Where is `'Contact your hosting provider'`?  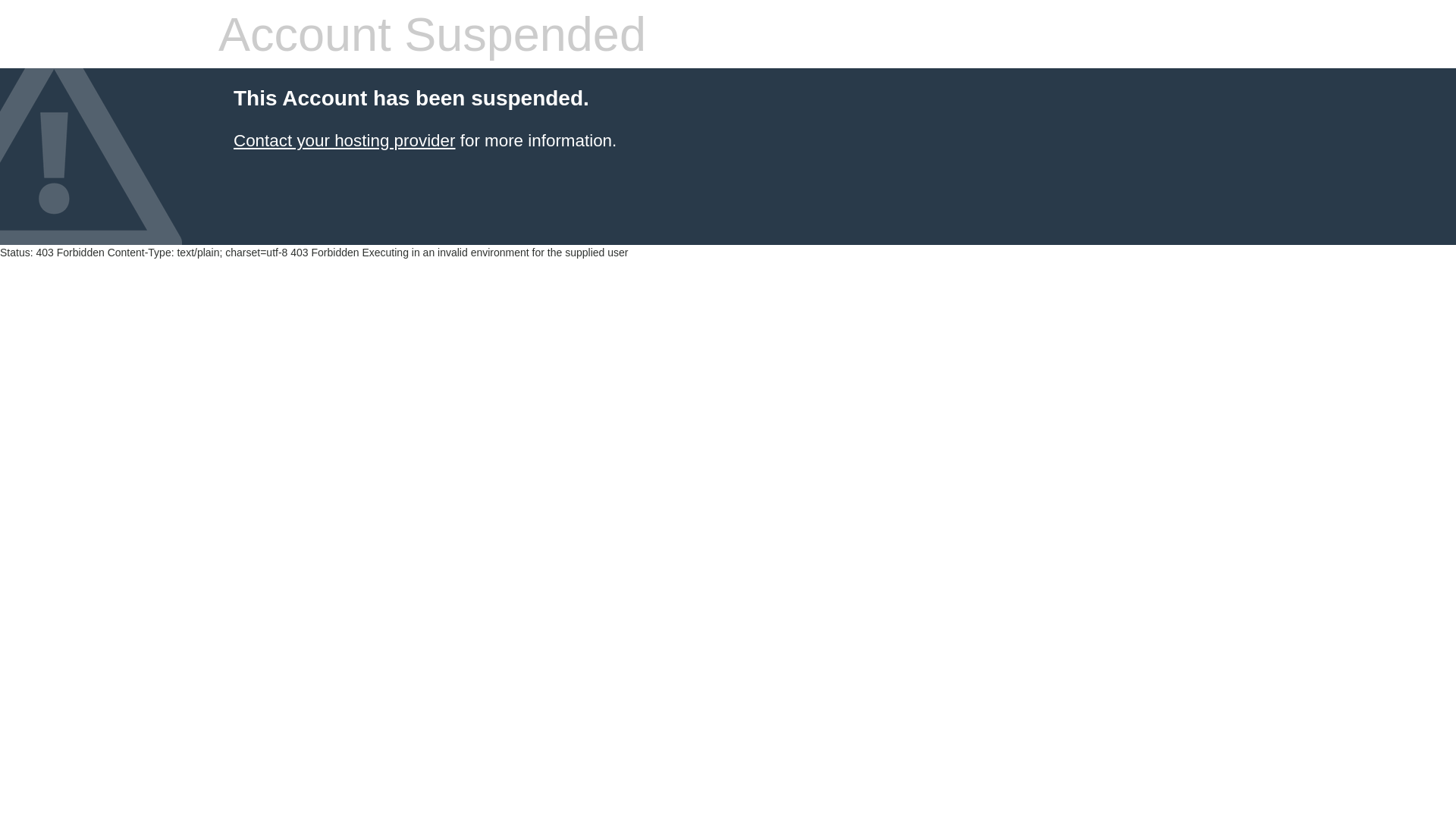
'Contact your hosting provider' is located at coordinates (344, 140).